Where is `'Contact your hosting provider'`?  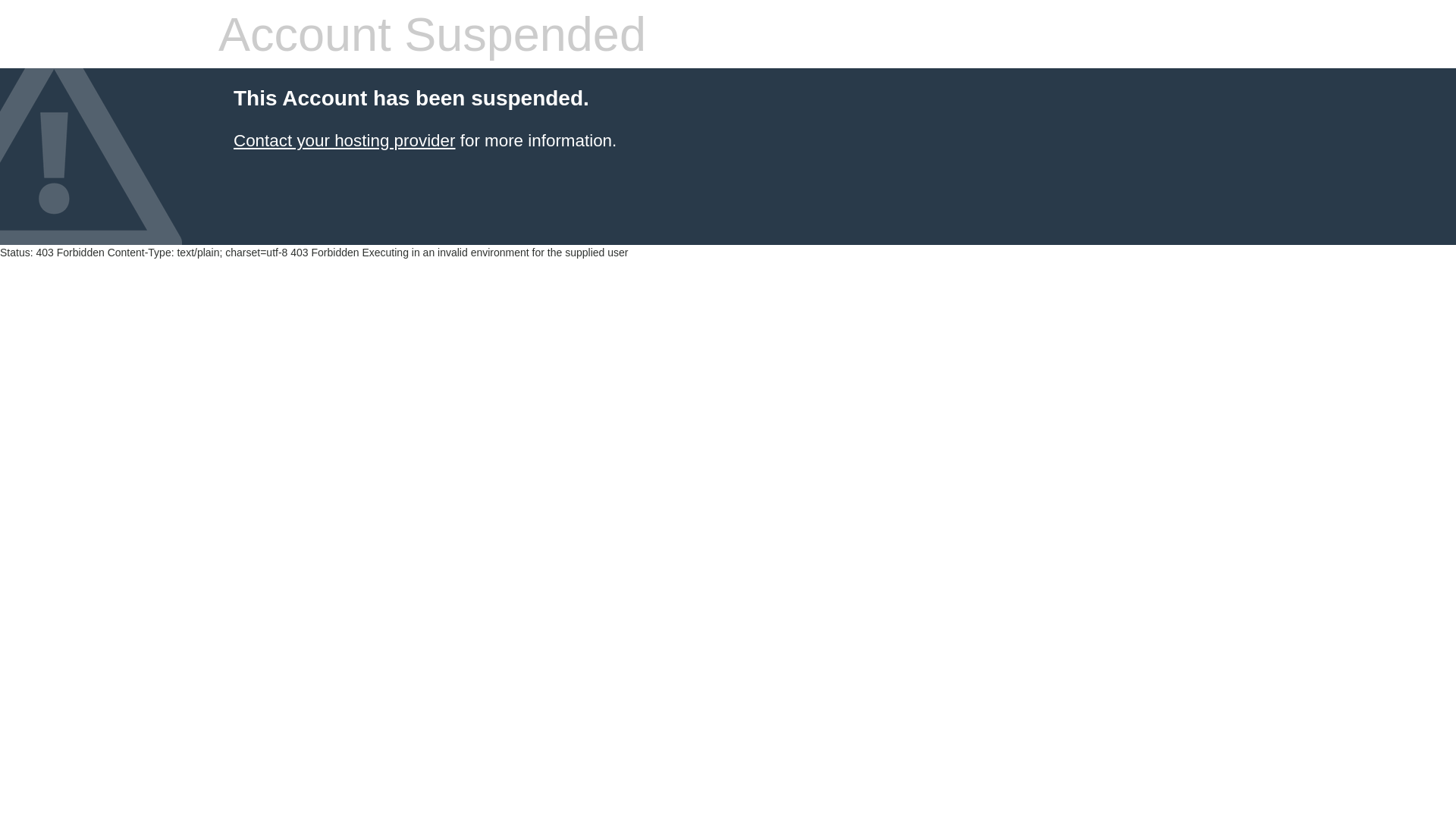
'Contact your hosting provider' is located at coordinates (344, 140).